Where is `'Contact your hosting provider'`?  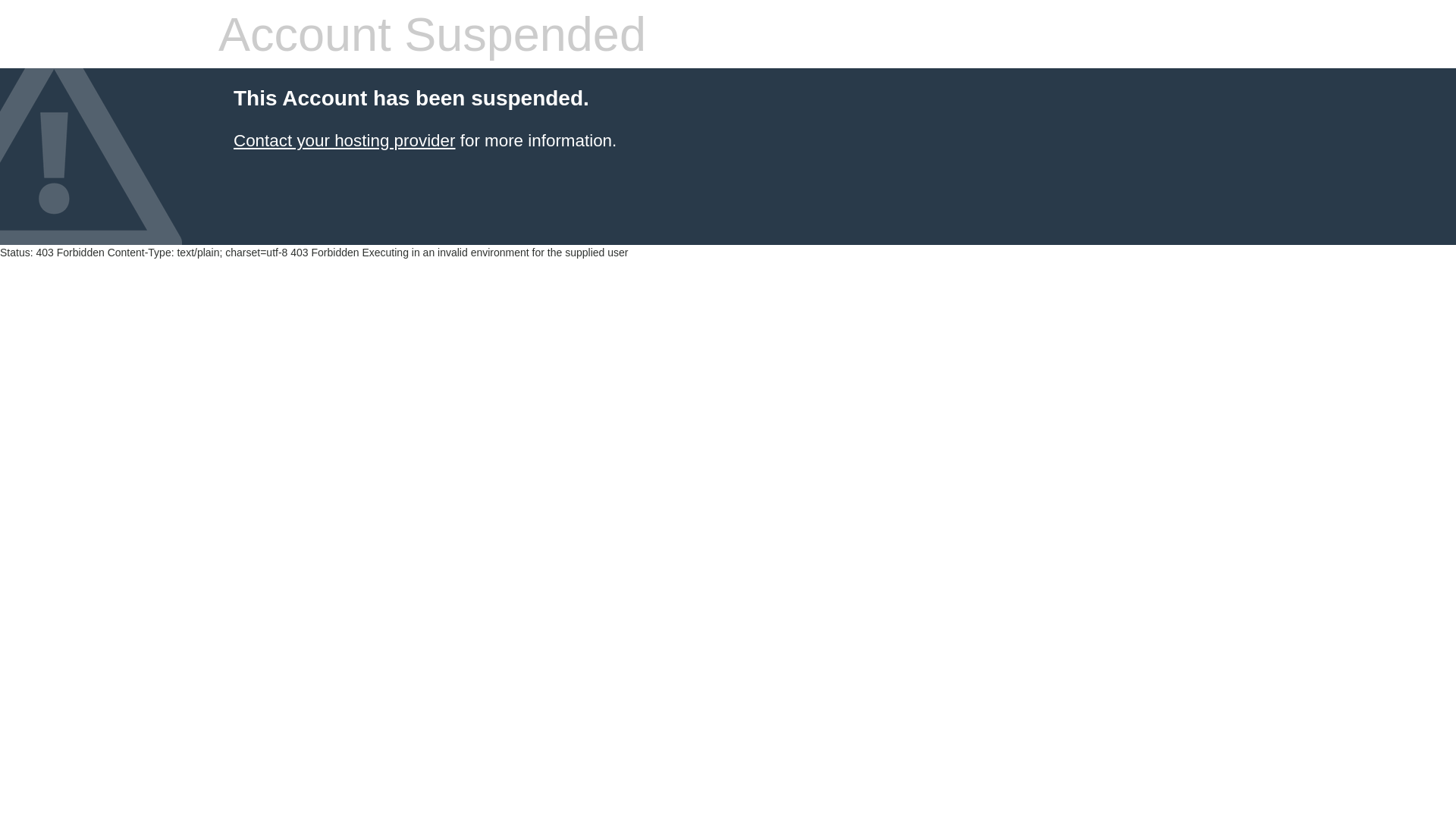
'Contact your hosting provider' is located at coordinates (344, 140).